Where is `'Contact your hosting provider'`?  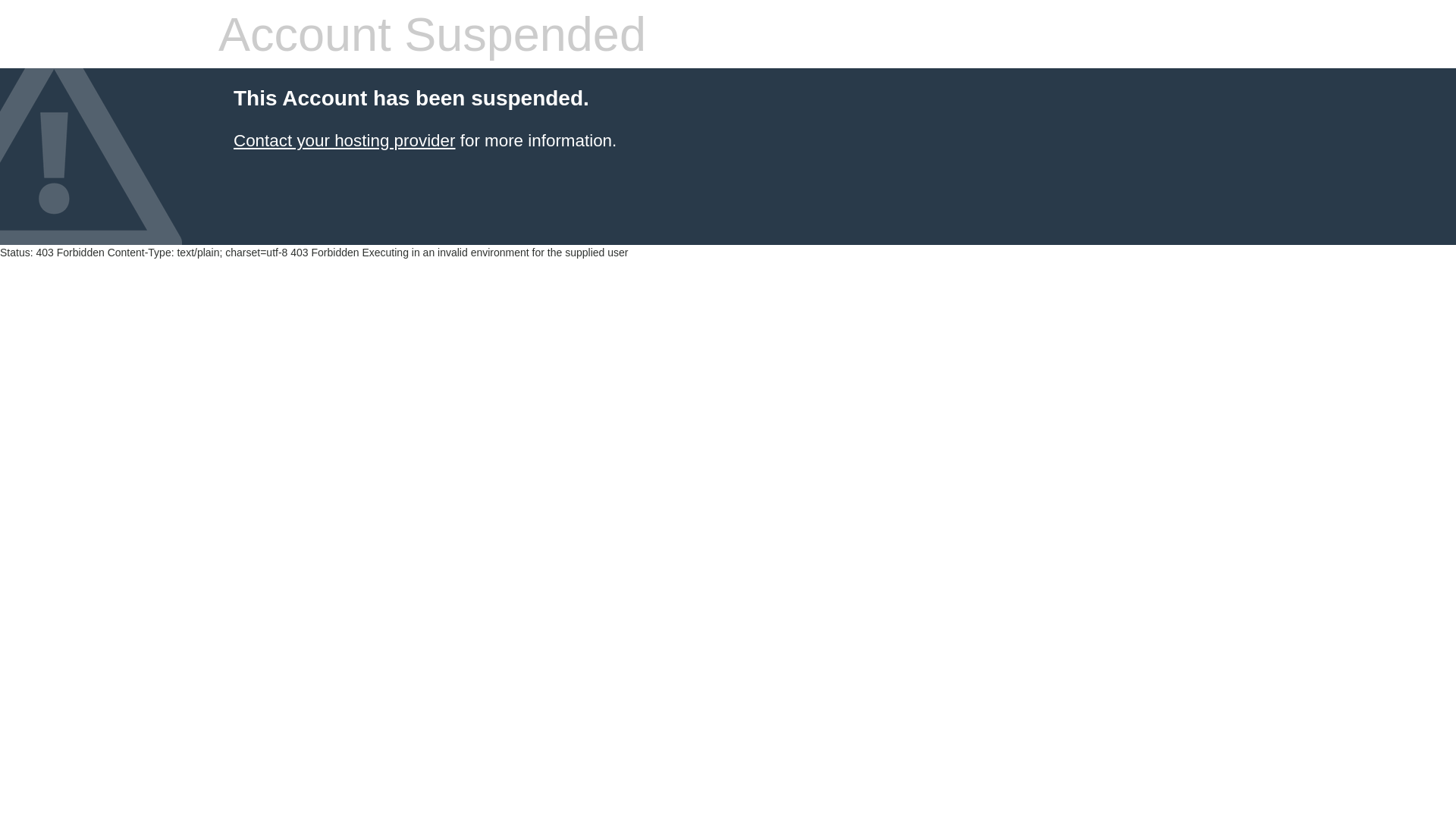
'Contact your hosting provider' is located at coordinates (344, 140).